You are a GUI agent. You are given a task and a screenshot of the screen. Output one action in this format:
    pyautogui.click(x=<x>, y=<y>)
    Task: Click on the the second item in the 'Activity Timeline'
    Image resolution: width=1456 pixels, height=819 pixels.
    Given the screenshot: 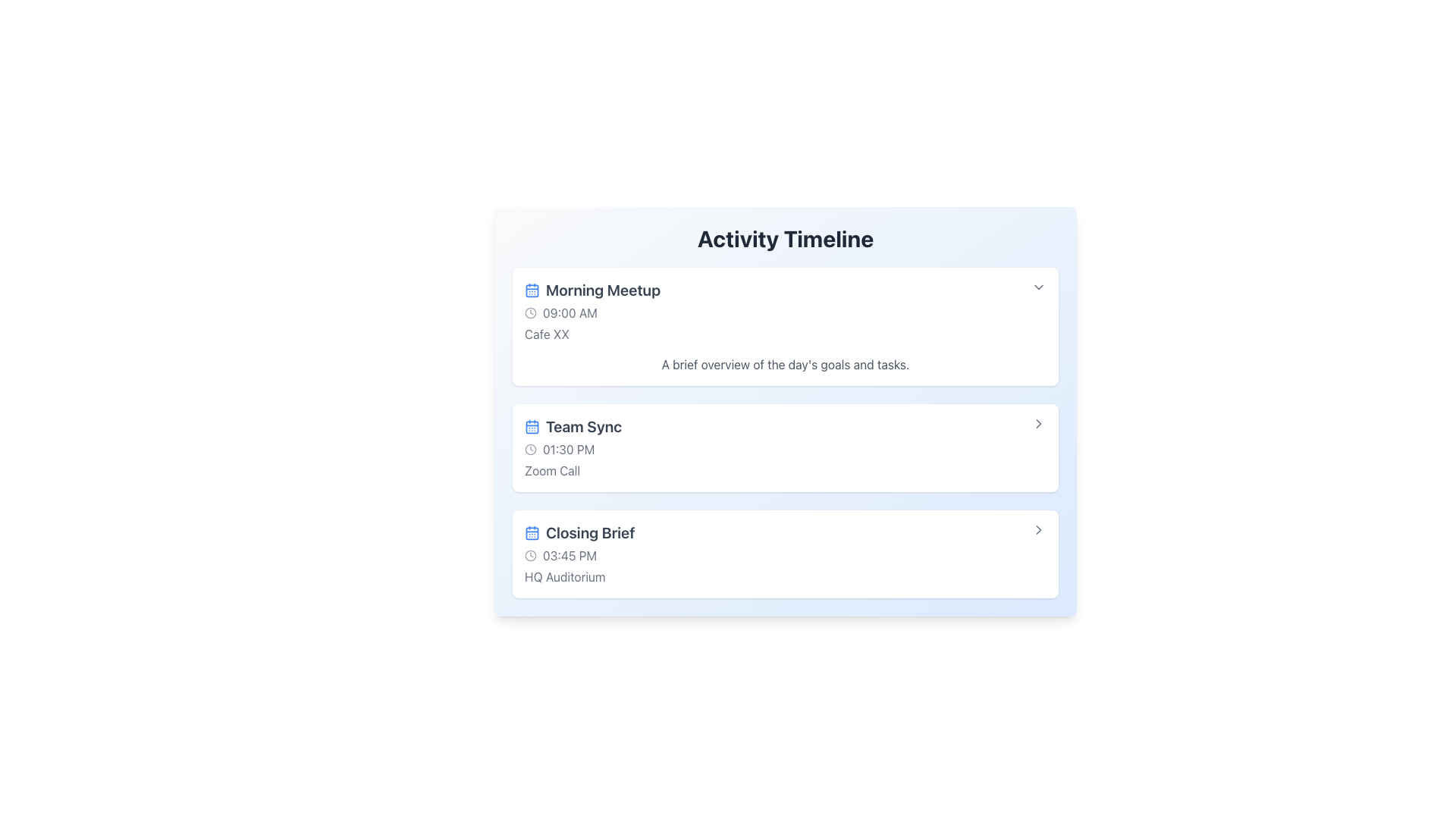 What is the action you would take?
    pyautogui.click(x=786, y=447)
    